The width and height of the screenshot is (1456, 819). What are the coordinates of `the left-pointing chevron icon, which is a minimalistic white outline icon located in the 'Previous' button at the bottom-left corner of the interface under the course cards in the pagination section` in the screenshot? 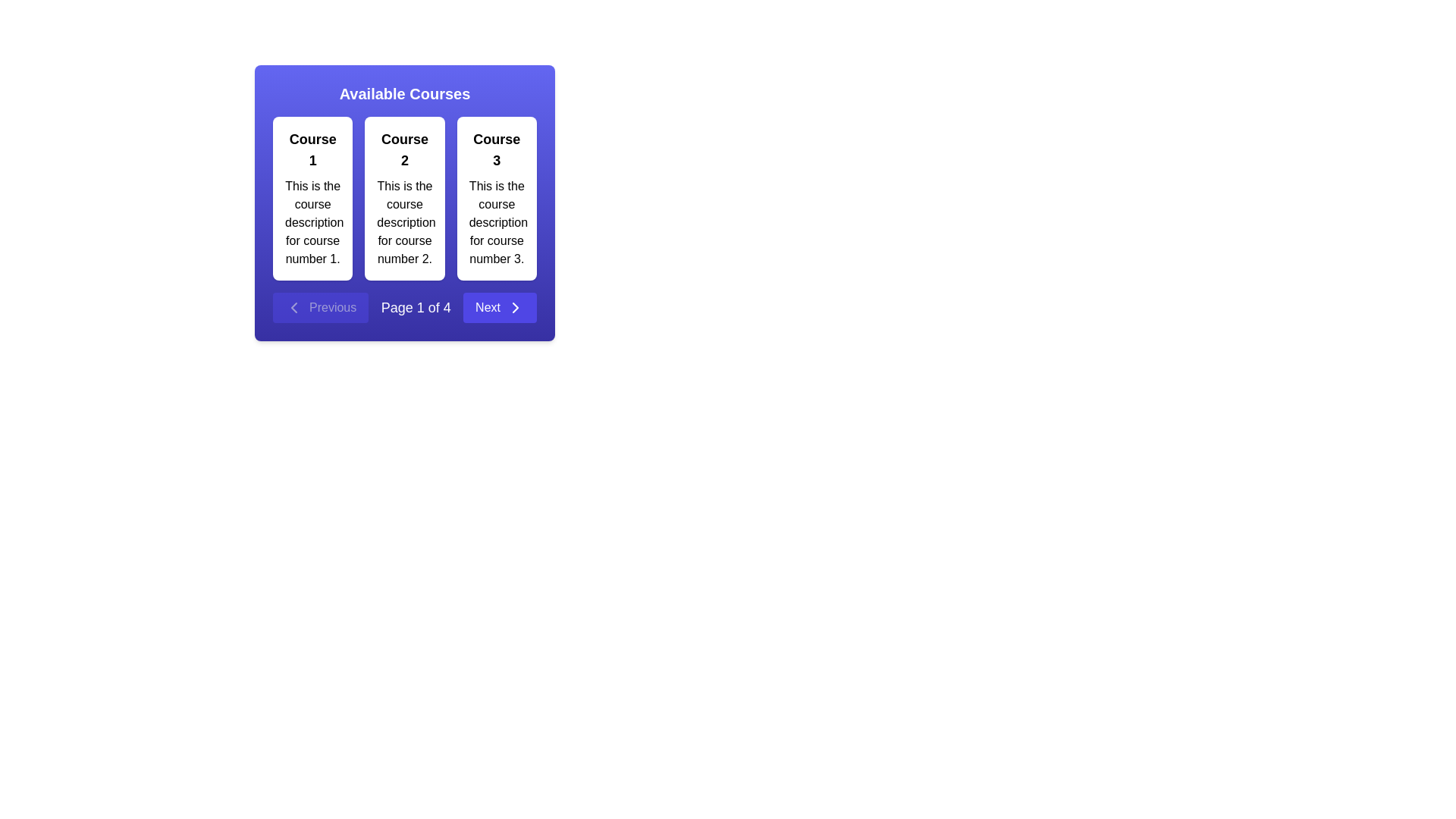 It's located at (294, 307).